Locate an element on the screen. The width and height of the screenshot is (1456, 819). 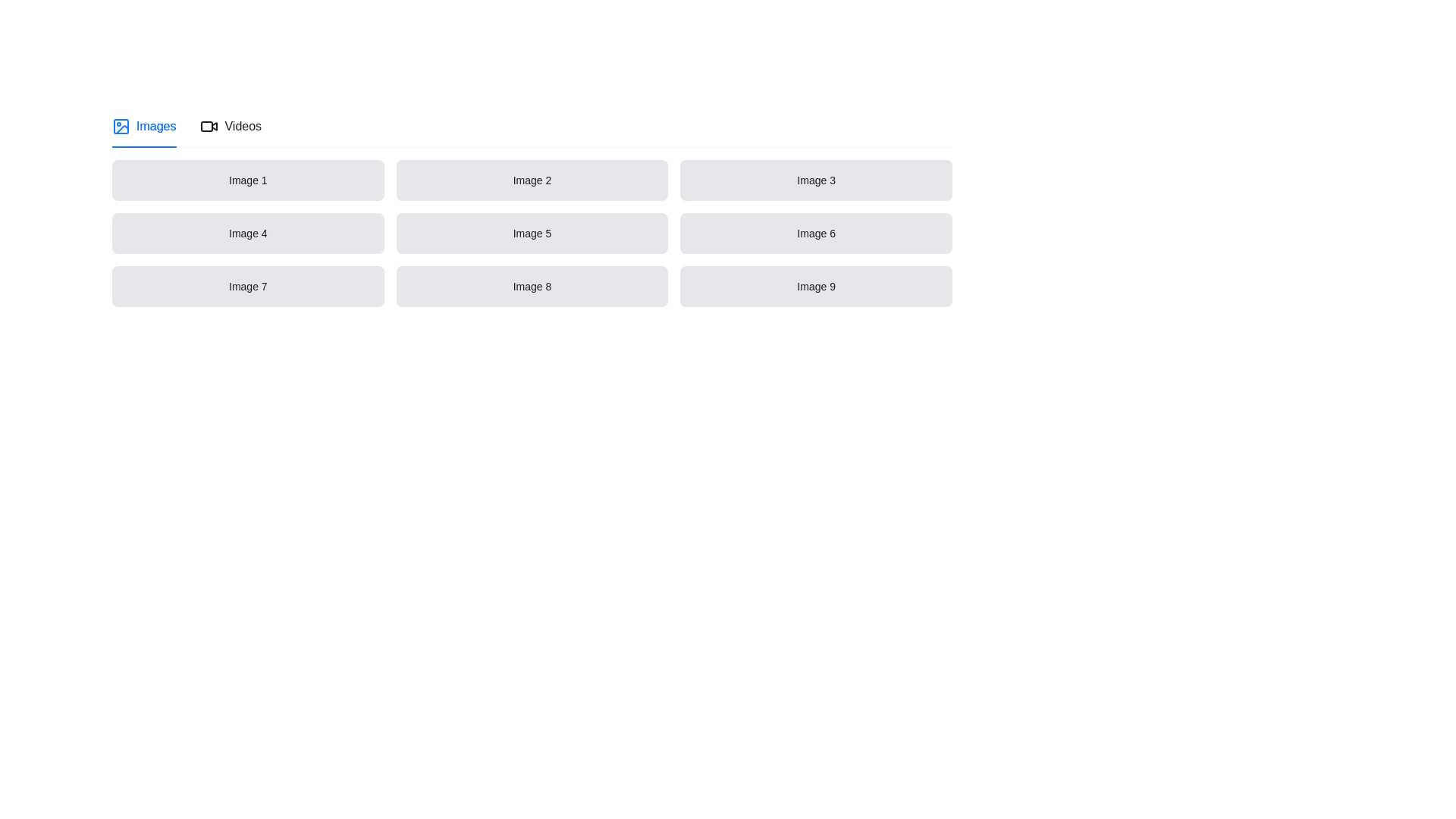
the static text label identified as 'Image 3', which is the third item in a grid layout located to the right of 'Image 1' and 'Image 2' is located at coordinates (815, 180).